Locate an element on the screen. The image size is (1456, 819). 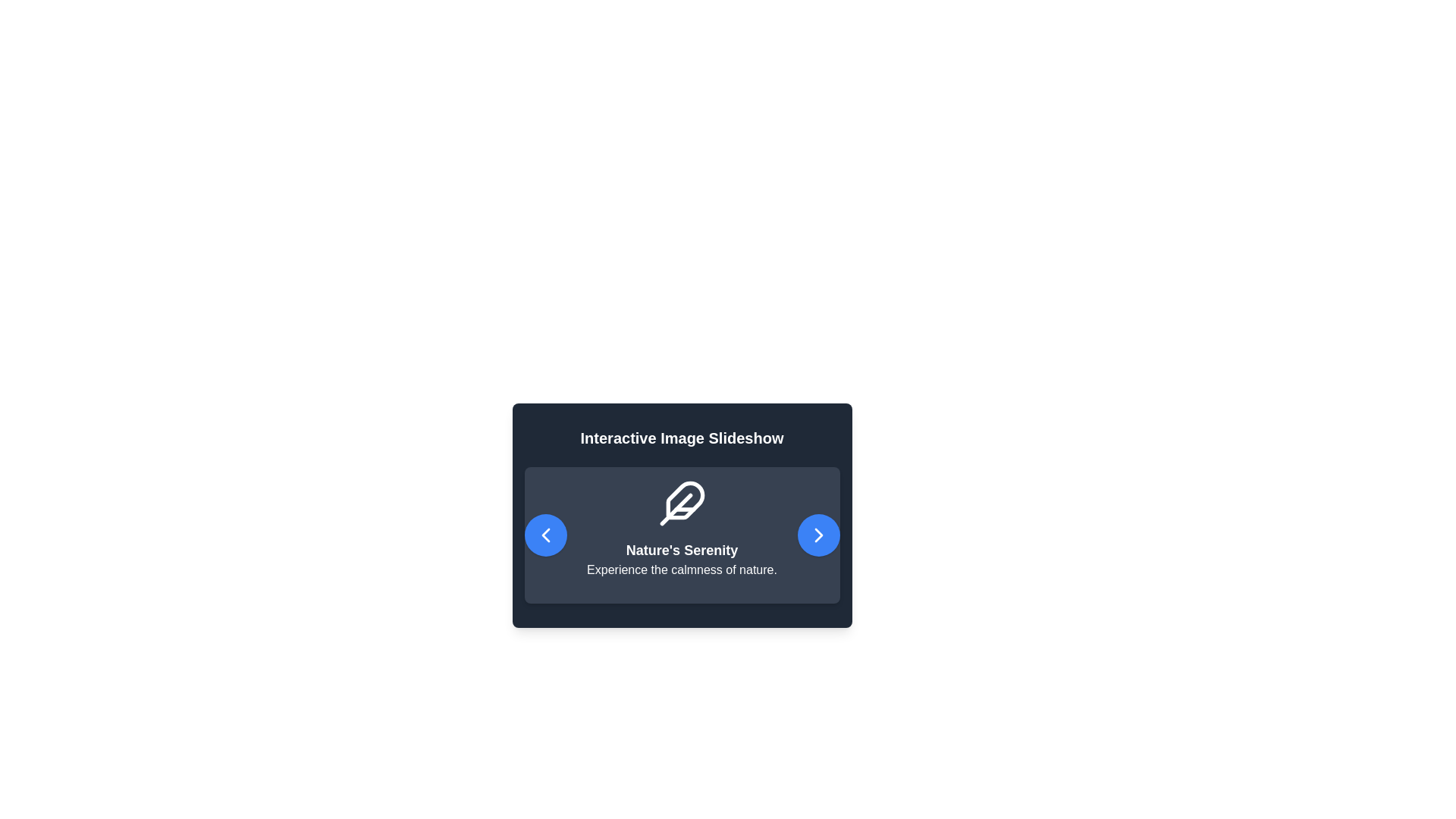
the leftmost navigation button in the slideshow is located at coordinates (545, 534).